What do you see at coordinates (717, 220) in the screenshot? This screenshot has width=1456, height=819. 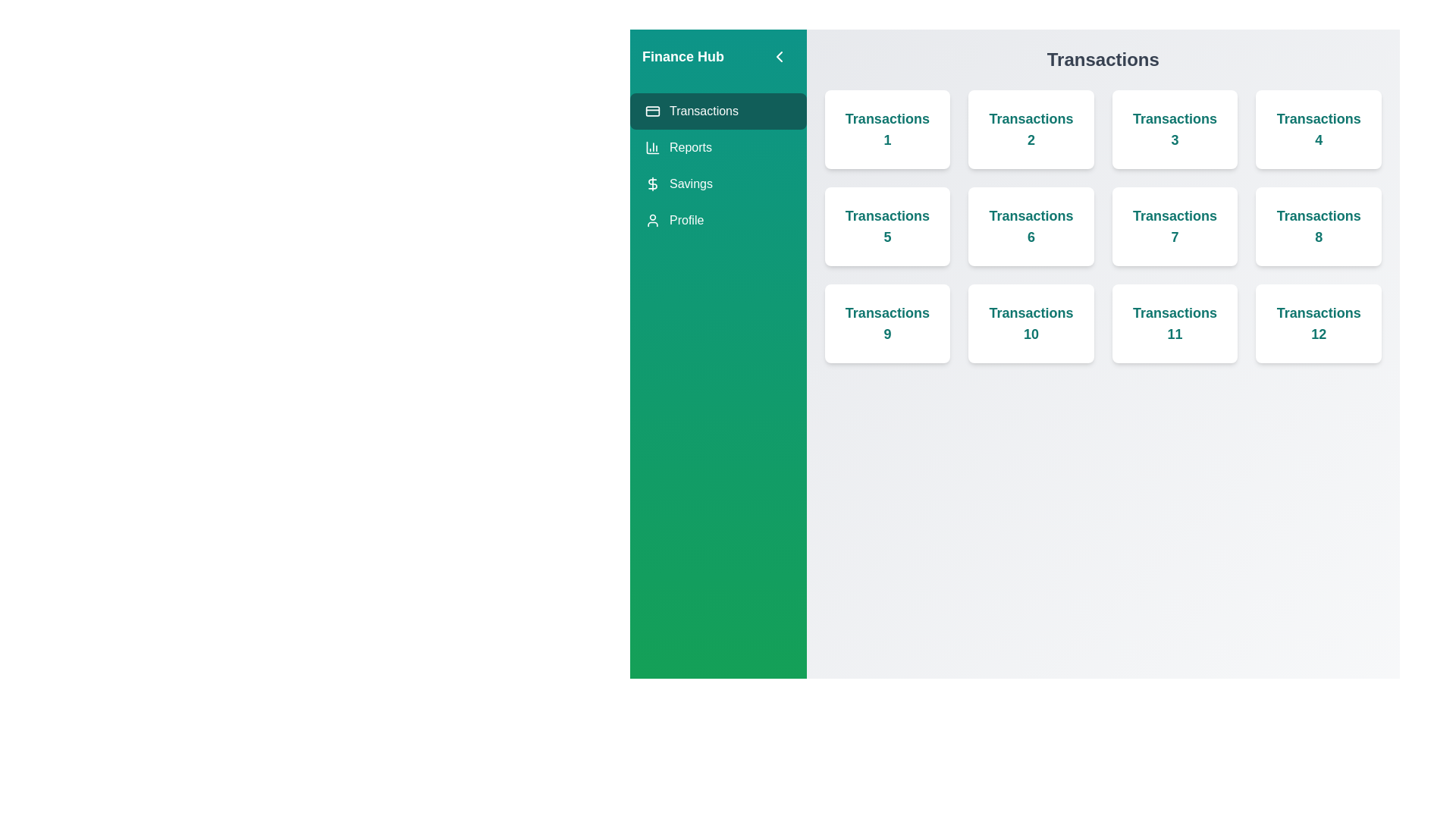 I see `the tab named Profile in the sidebar` at bounding box center [717, 220].